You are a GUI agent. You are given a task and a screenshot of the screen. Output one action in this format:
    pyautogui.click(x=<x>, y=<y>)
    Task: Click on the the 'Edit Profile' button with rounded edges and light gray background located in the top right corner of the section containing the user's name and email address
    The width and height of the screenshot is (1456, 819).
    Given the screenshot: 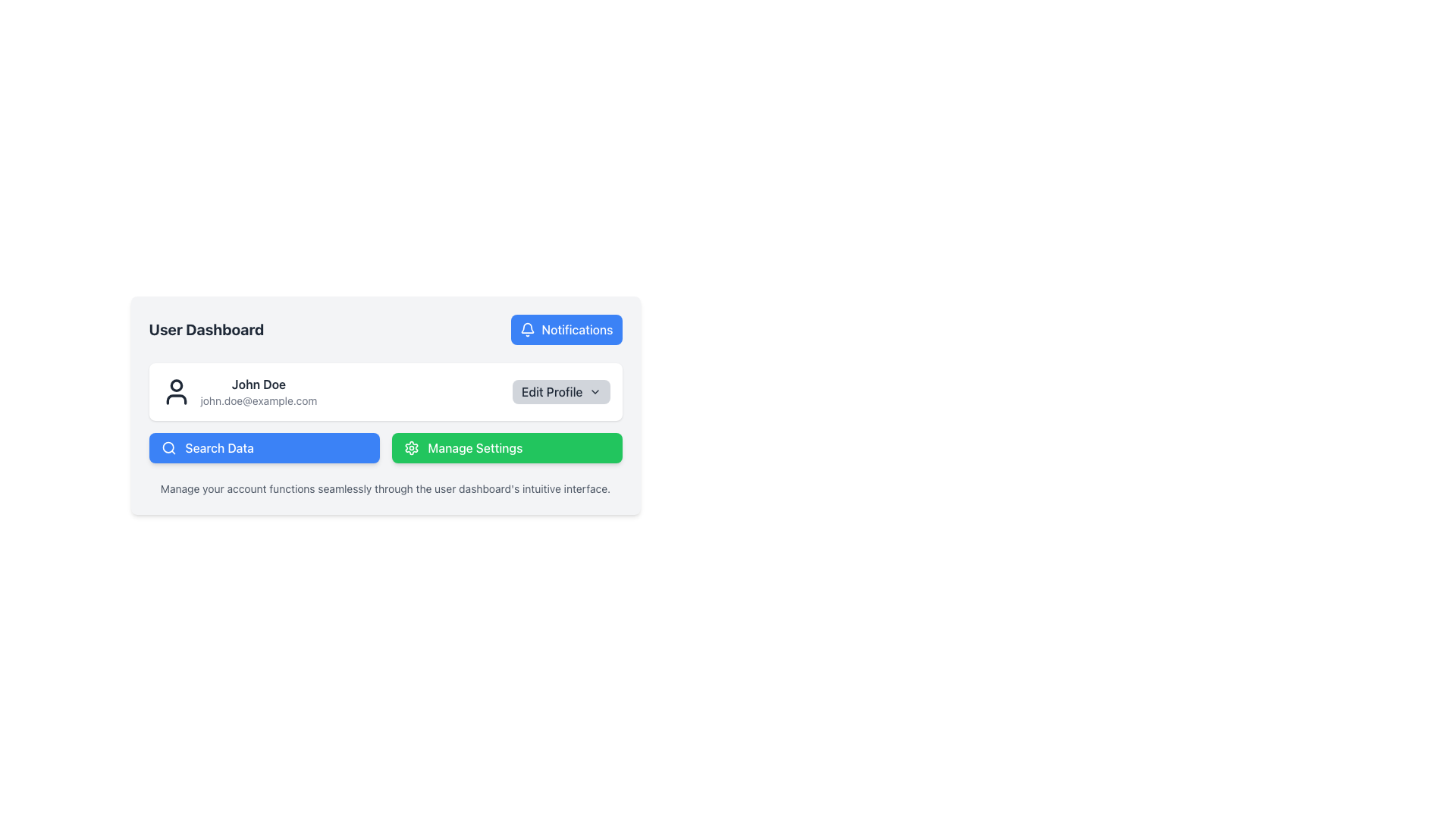 What is the action you would take?
    pyautogui.click(x=560, y=391)
    